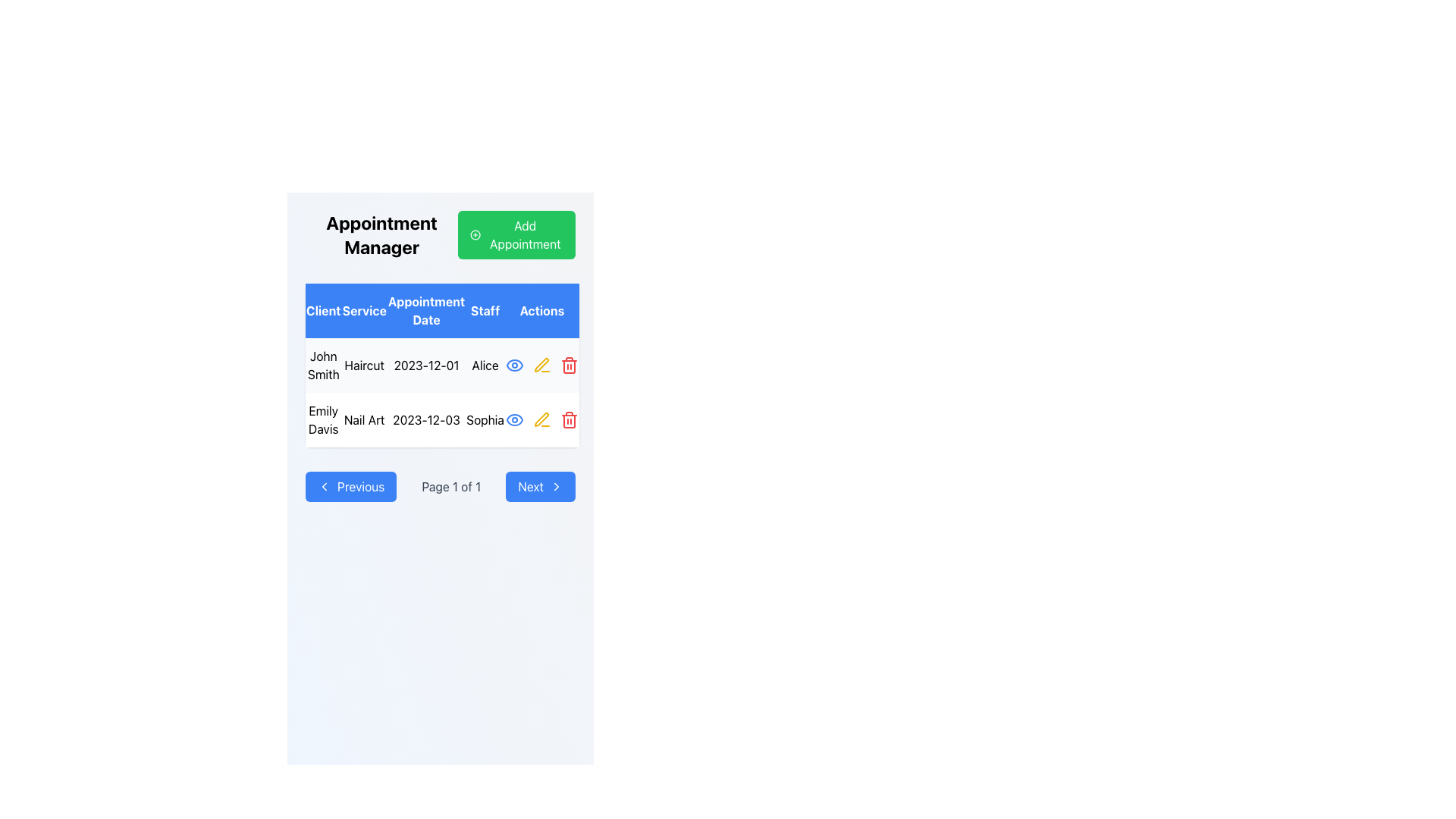 The image size is (1456, 819). Describe the element at coordinates (514, 420) in the screenshot. I see `the 'view' or 'preview' button` at that location.